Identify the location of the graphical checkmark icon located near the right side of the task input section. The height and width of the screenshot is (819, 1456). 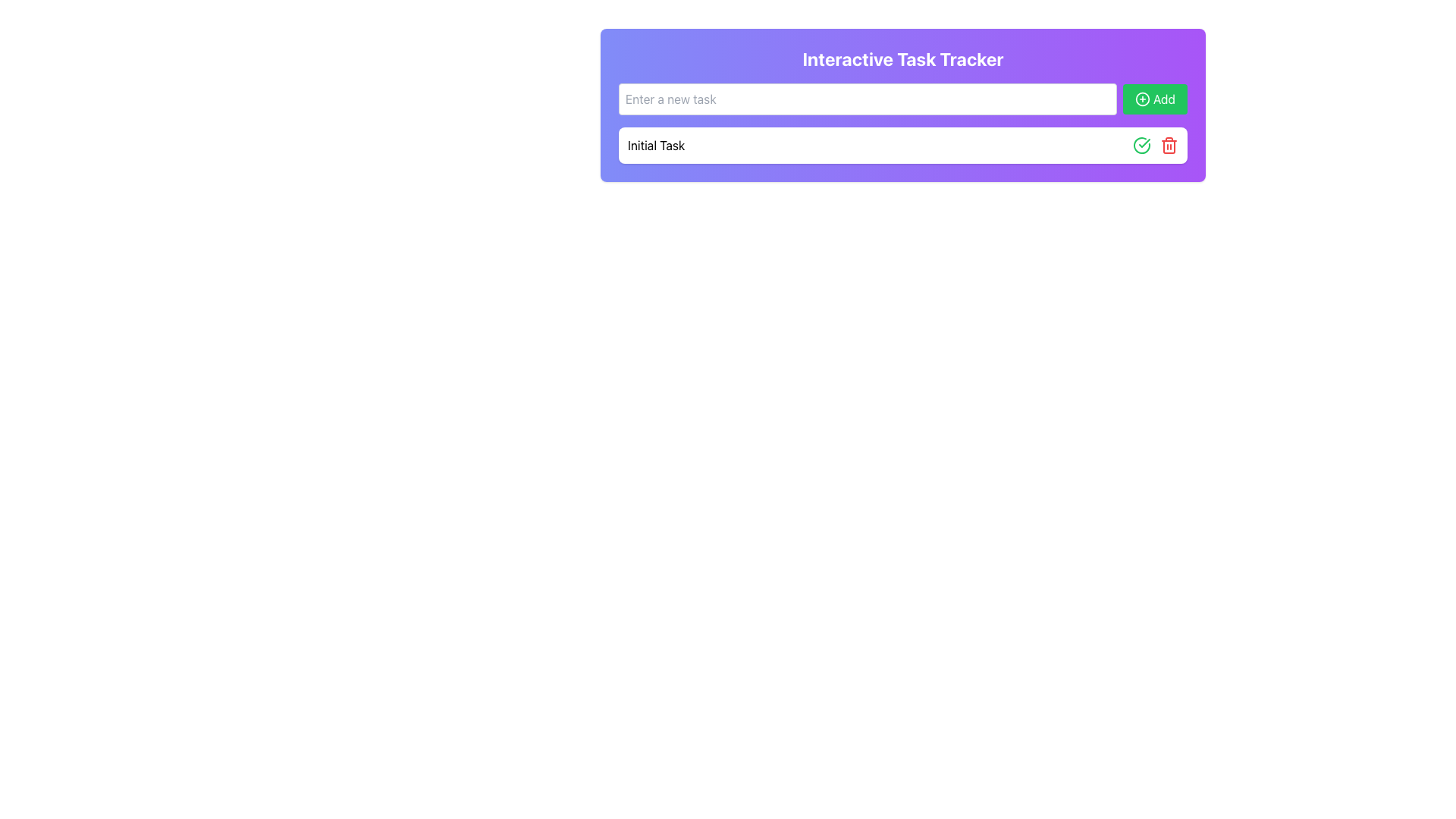
(1144, 143).